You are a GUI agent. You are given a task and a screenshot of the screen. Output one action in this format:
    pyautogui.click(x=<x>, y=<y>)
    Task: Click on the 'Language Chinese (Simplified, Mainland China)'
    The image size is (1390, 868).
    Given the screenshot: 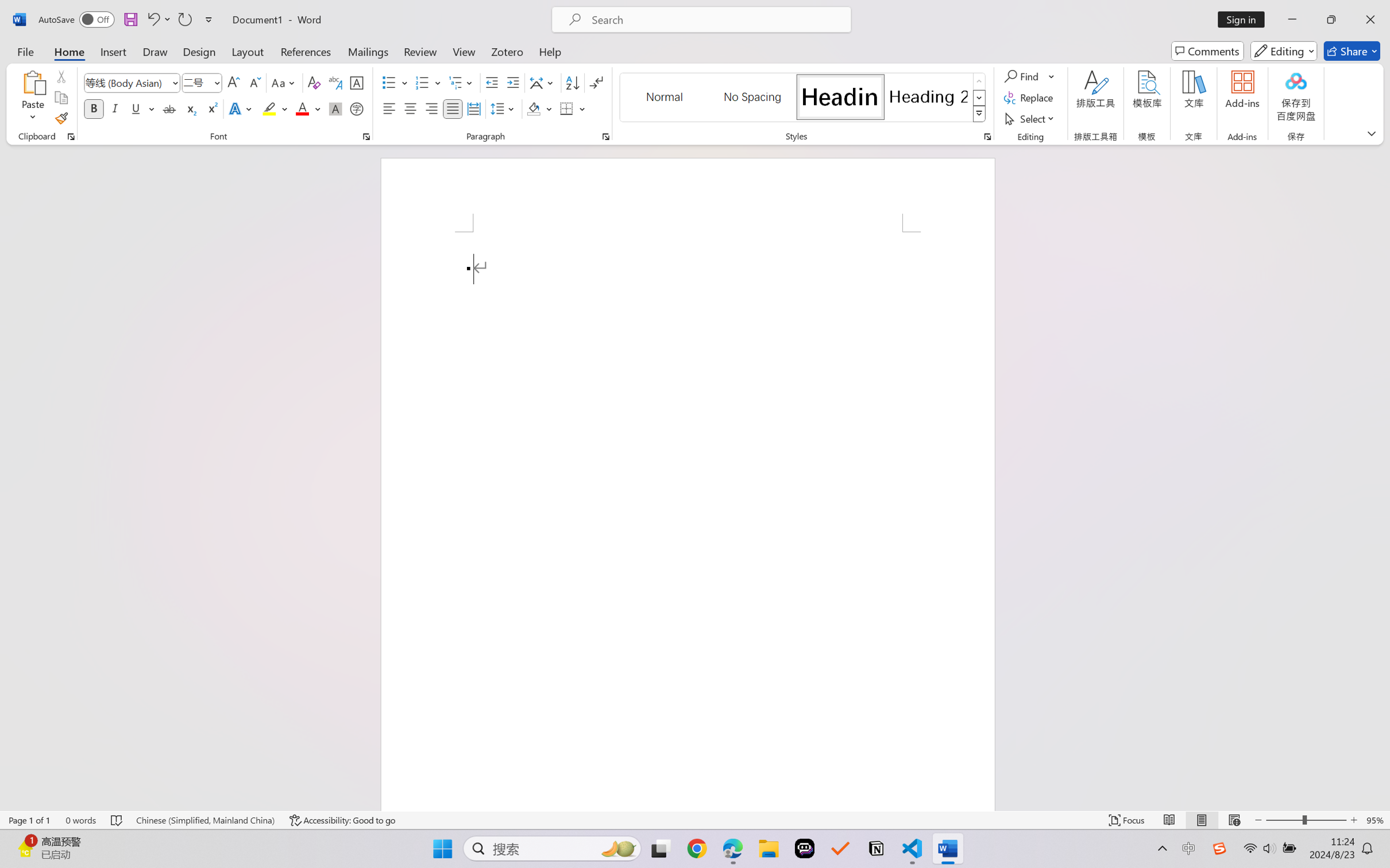 What is the action you would take?
    pyautogui.click(x=204, y=820)
    